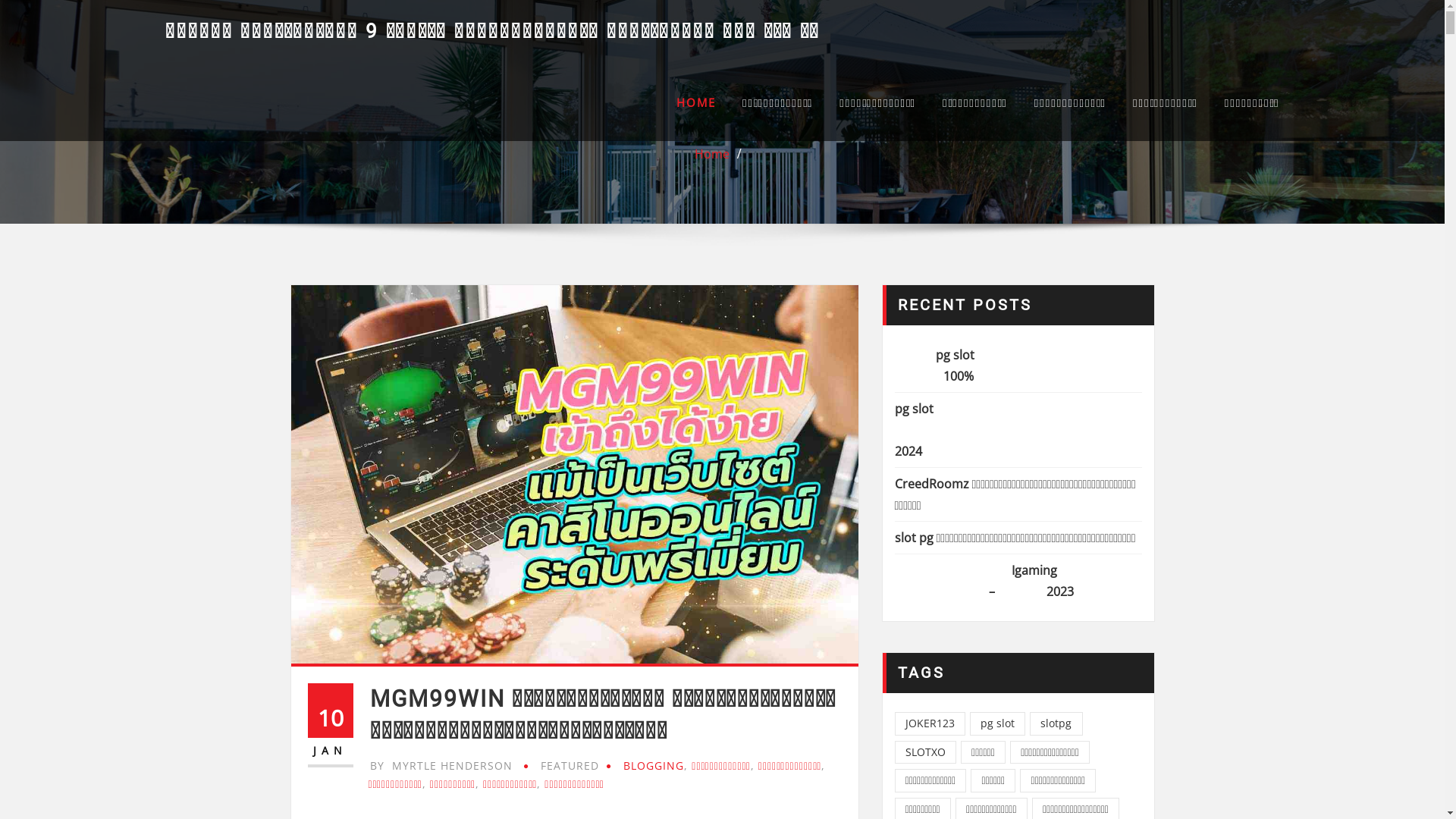 The image size is (1456, 819). I want to click on 'Home', so click(694, 154).